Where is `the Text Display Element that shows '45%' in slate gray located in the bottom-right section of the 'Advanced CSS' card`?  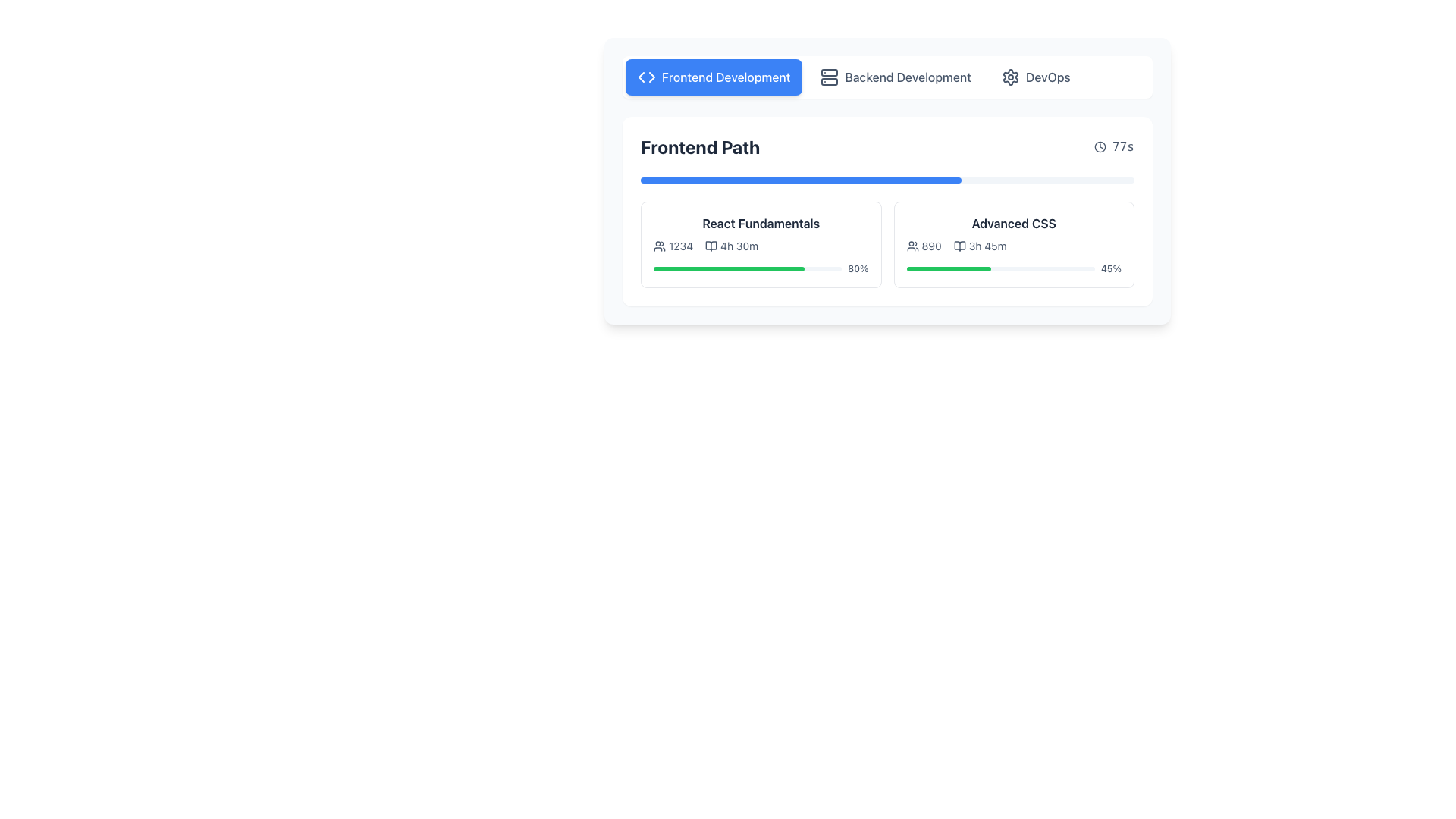
the Text Display Element that shows '45%' in slate gray located in the bottom-right section of the 'Advanced CSS' card is located at coordinates (1111, 268).